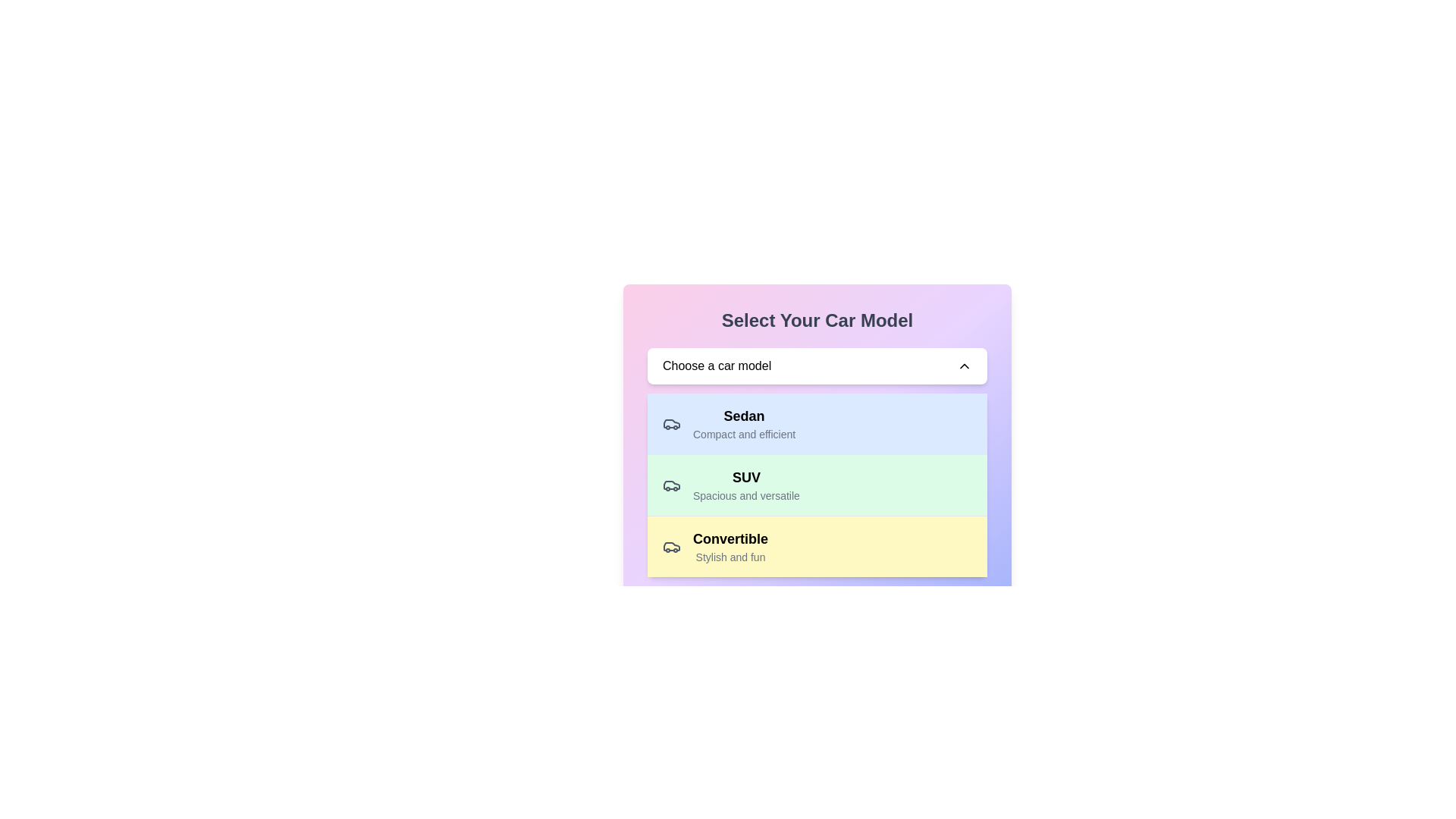 This screenshot has height=819, width=1456. Describe the element at coordinates (746, 485) in the screenshot. I see `the Information display block that shows 'SUV' in bold and larger font, with the description 'Spacious and versatile' below it, located in the middle of three selectable car model options` at that location.